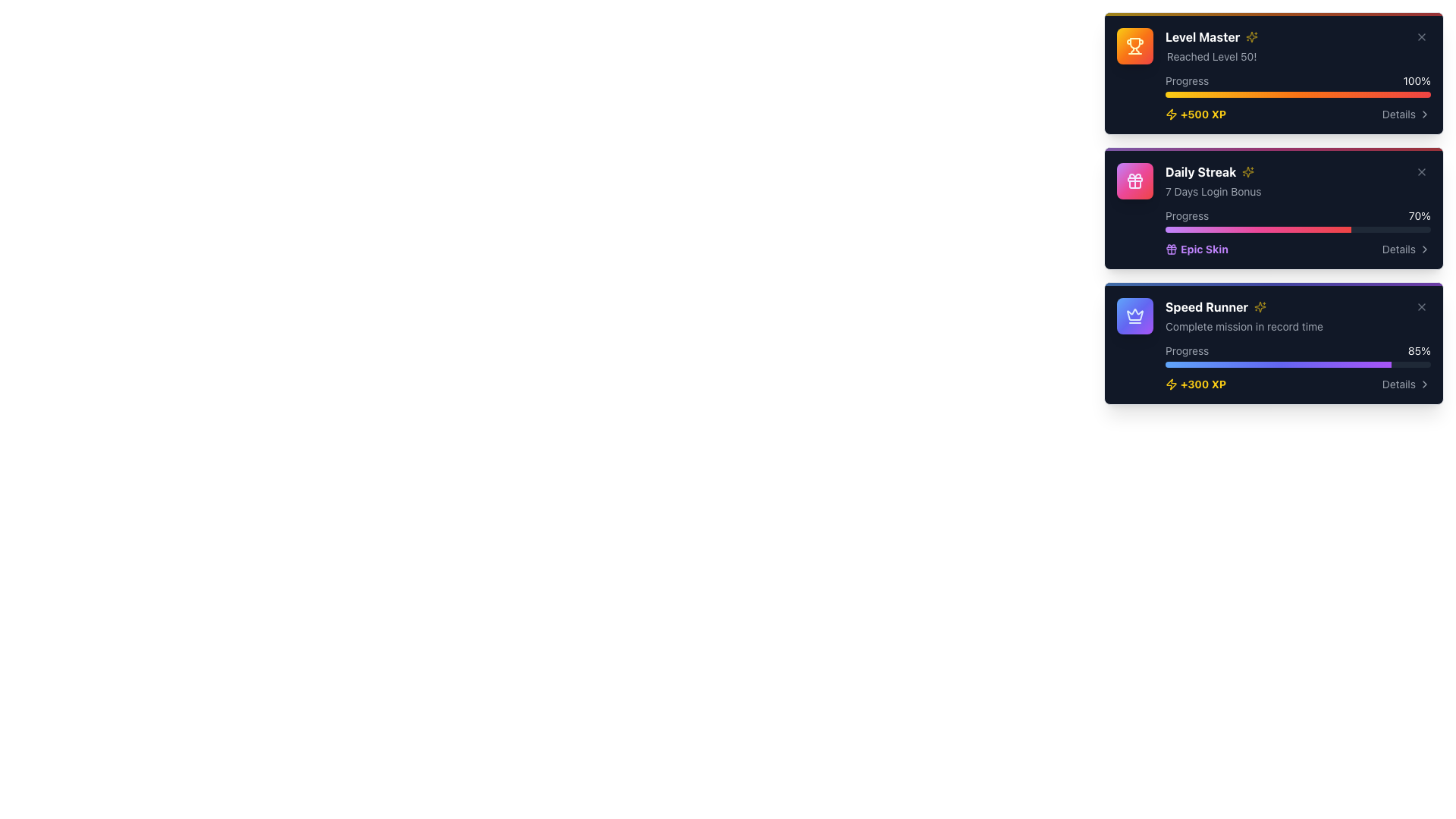  What do you see at coordinates (1171, 248) in the screenshot?
I see `the gift box icon, which is styled with a simplistic outlined design in purple, located next to the 'Epic Skin' text in the 'Daily Streak' card` at bounding box center [1171, 248].